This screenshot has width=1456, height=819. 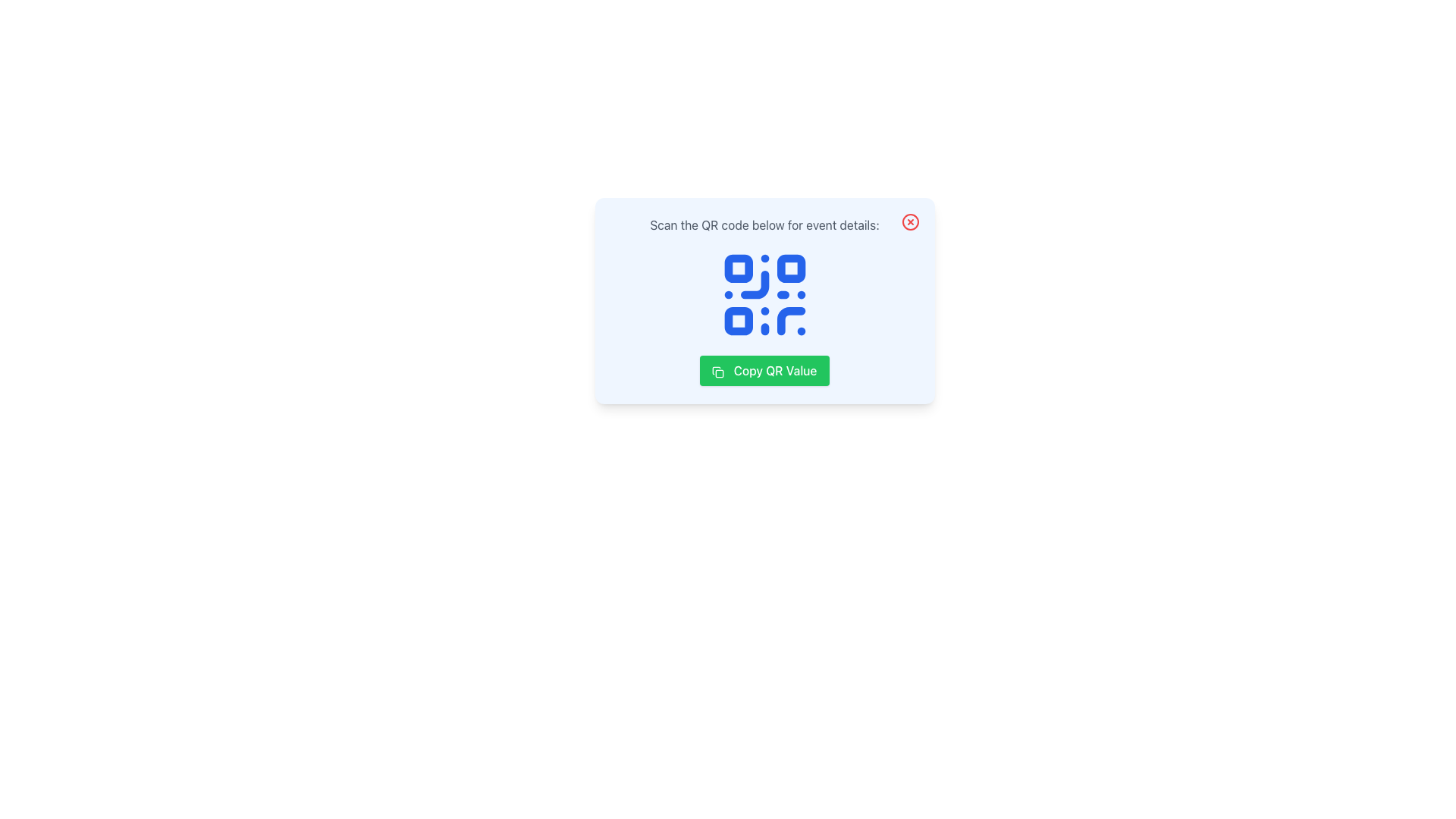 I want to click on the square graphical component located near the bottom-left area of the QR code, which contributes to its scannability and aesthetics, so click(x=738, y=320).